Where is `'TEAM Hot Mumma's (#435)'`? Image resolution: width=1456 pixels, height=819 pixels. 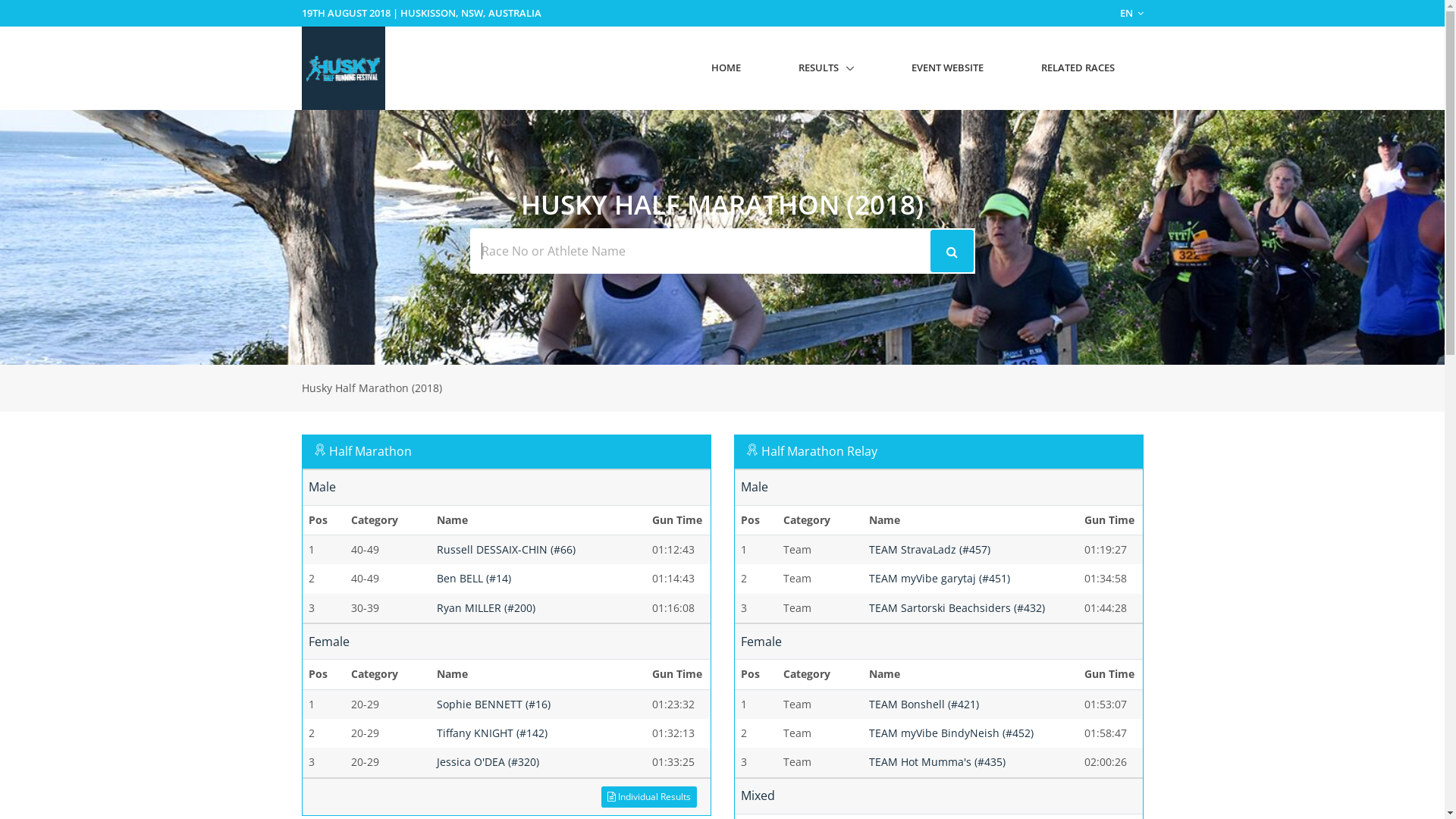 'TEAM Hot Mumma's (#435)' is located at coordinates (937, 761).